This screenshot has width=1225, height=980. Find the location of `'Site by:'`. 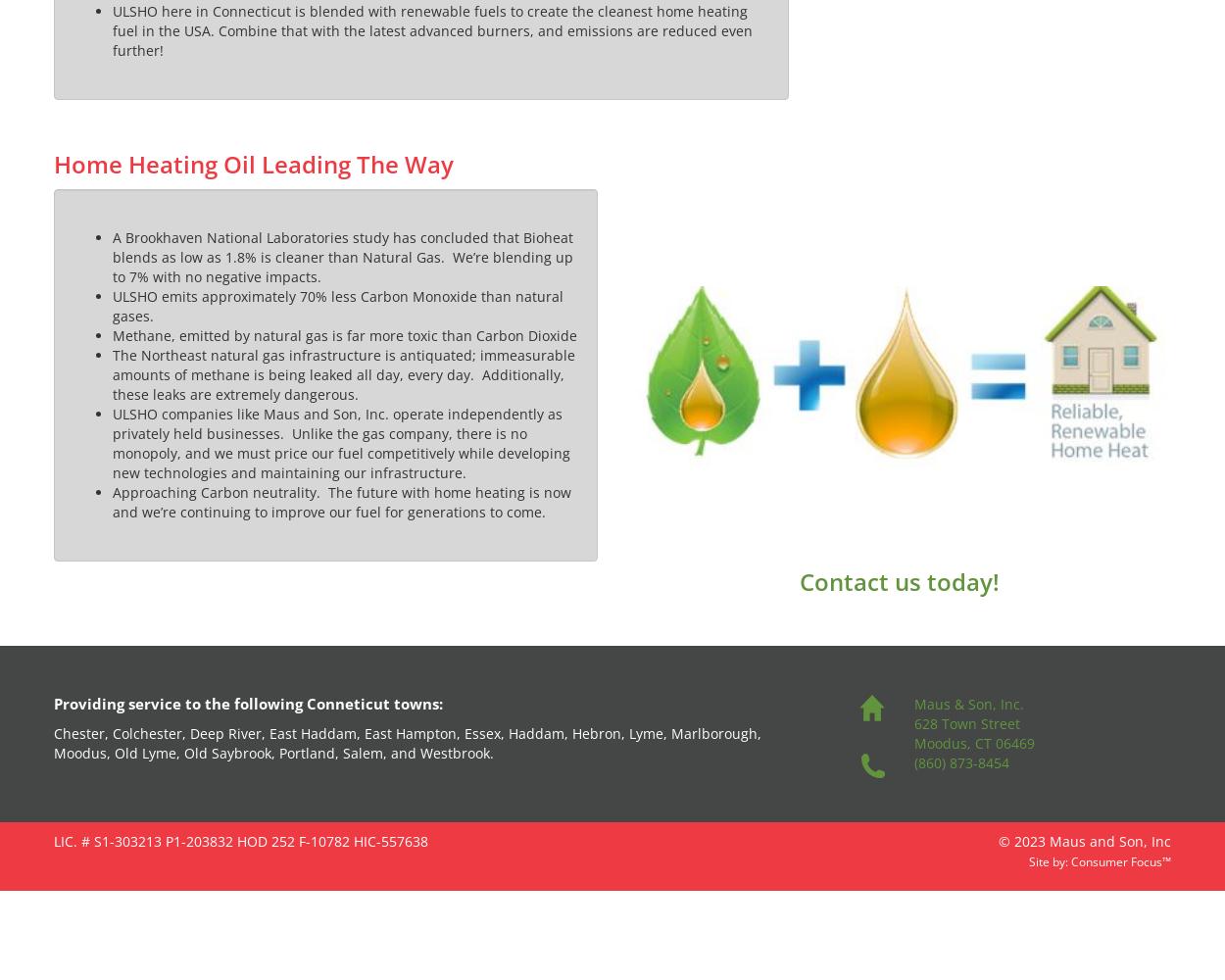

'Site by:' is located at coordinates (1029, 860).